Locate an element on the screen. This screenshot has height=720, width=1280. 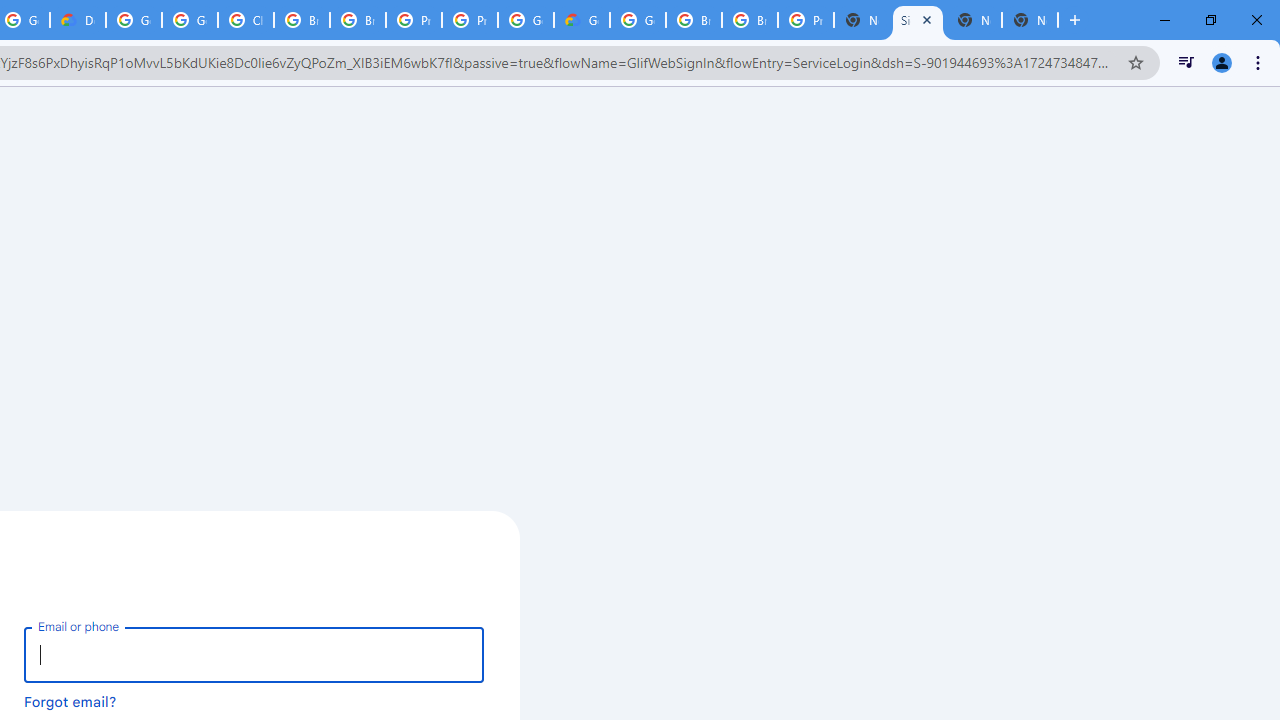
'Email or phone' is located at coordinates (253, 654).